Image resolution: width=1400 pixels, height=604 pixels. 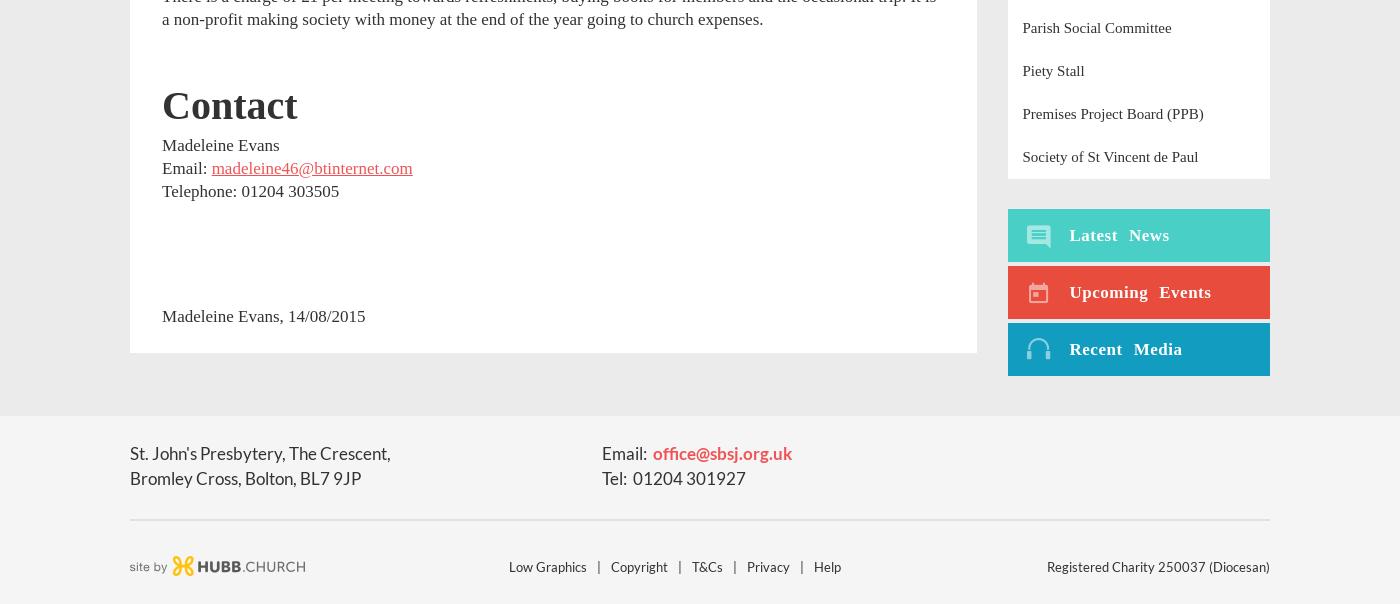 What do you see at coordinates (702, 453) in the screenshot?
I see `'@'` at bounding box center [702, 453].